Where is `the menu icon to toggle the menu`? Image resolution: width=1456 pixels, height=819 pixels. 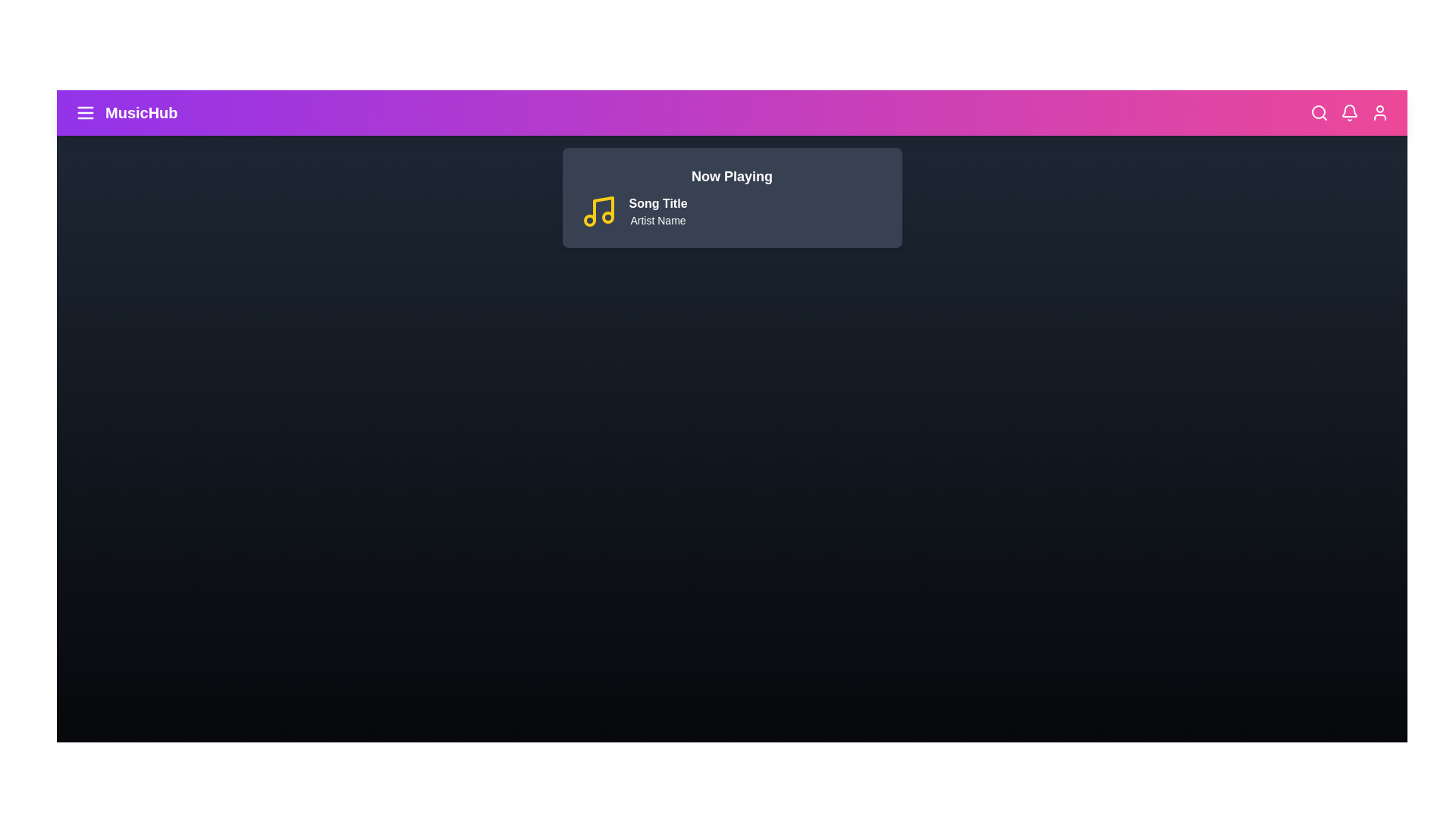
the menu icon to toggle the menu is located at coordinates (85, 112).